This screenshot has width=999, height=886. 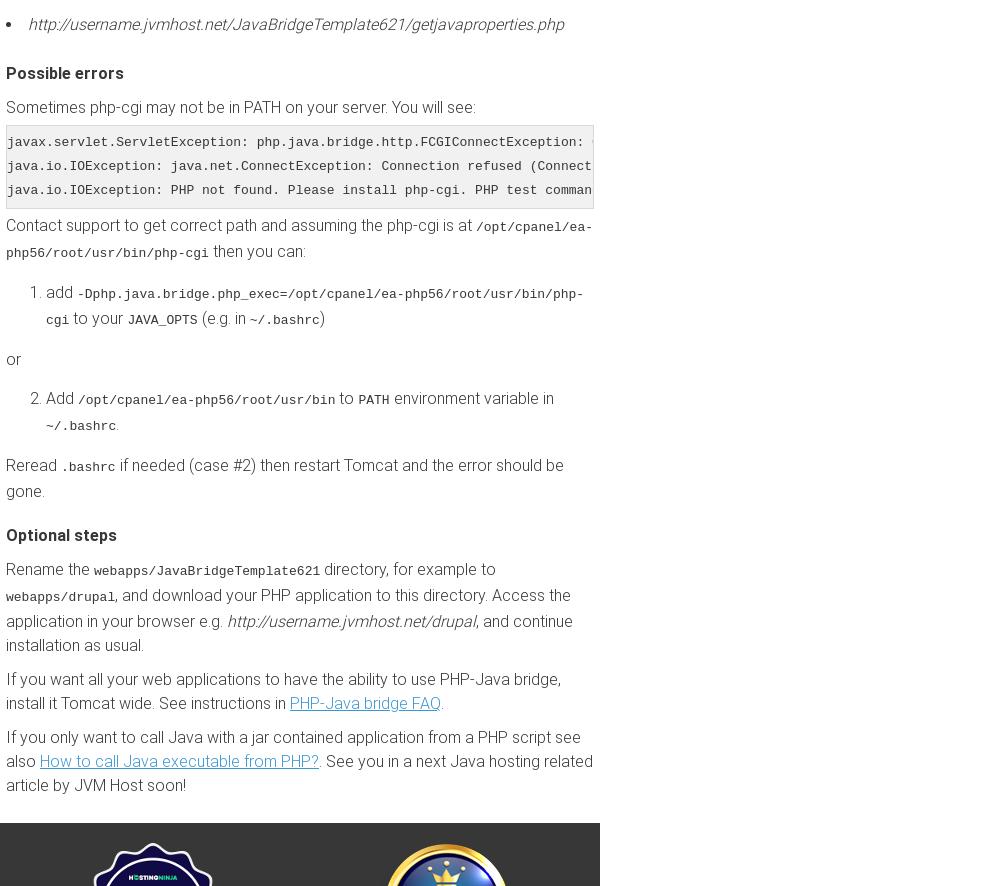 What do you see at coordinates (292, 749) in the screenshot?
I see `'If you only want to call Java with a jar contained application from a PHP script see also'` at bounding box center [292, 749].